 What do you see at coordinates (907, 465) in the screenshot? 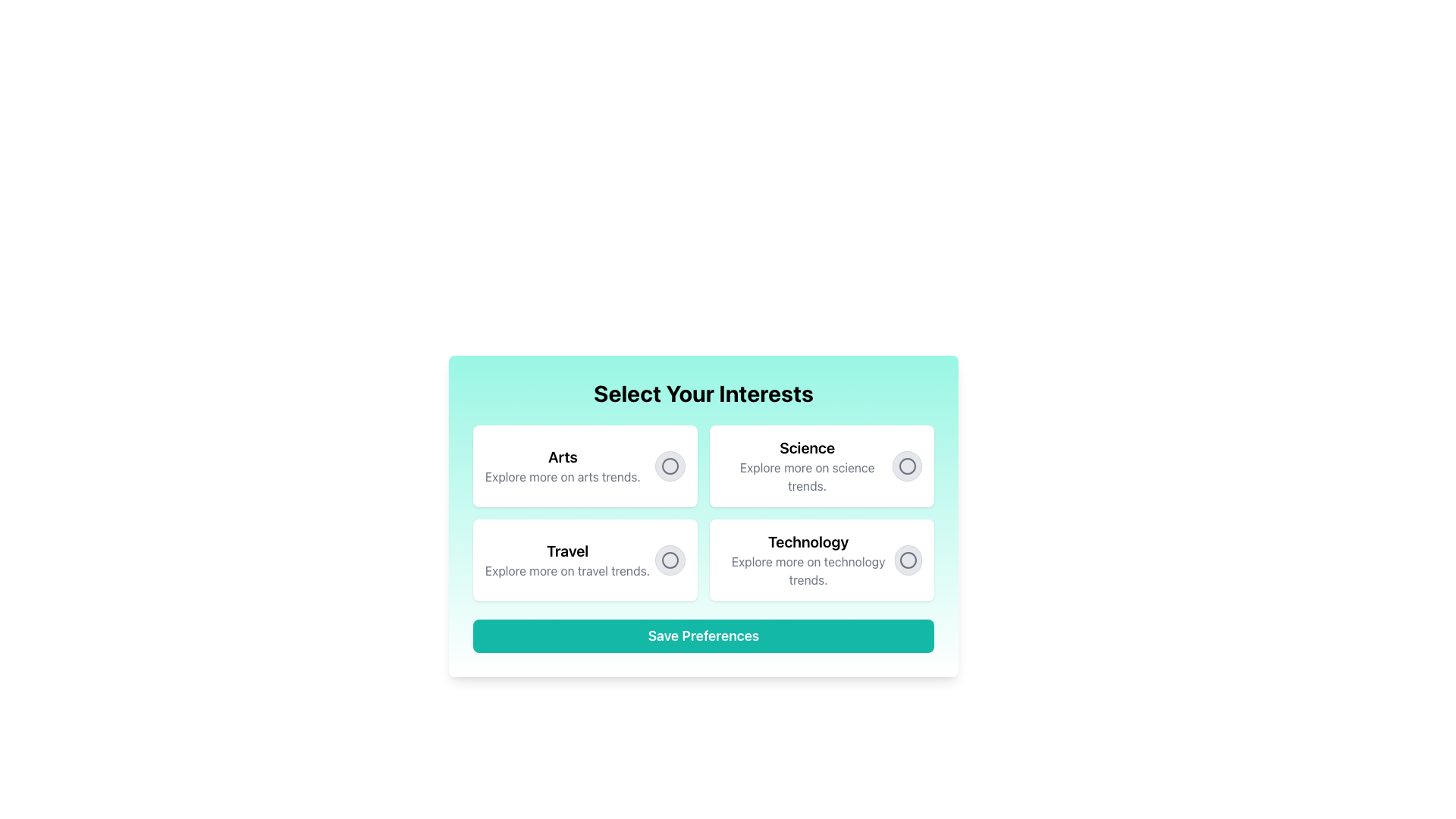
I see `the circular radio button within the 'Science' interest selection` at bounding box center [907, 465].